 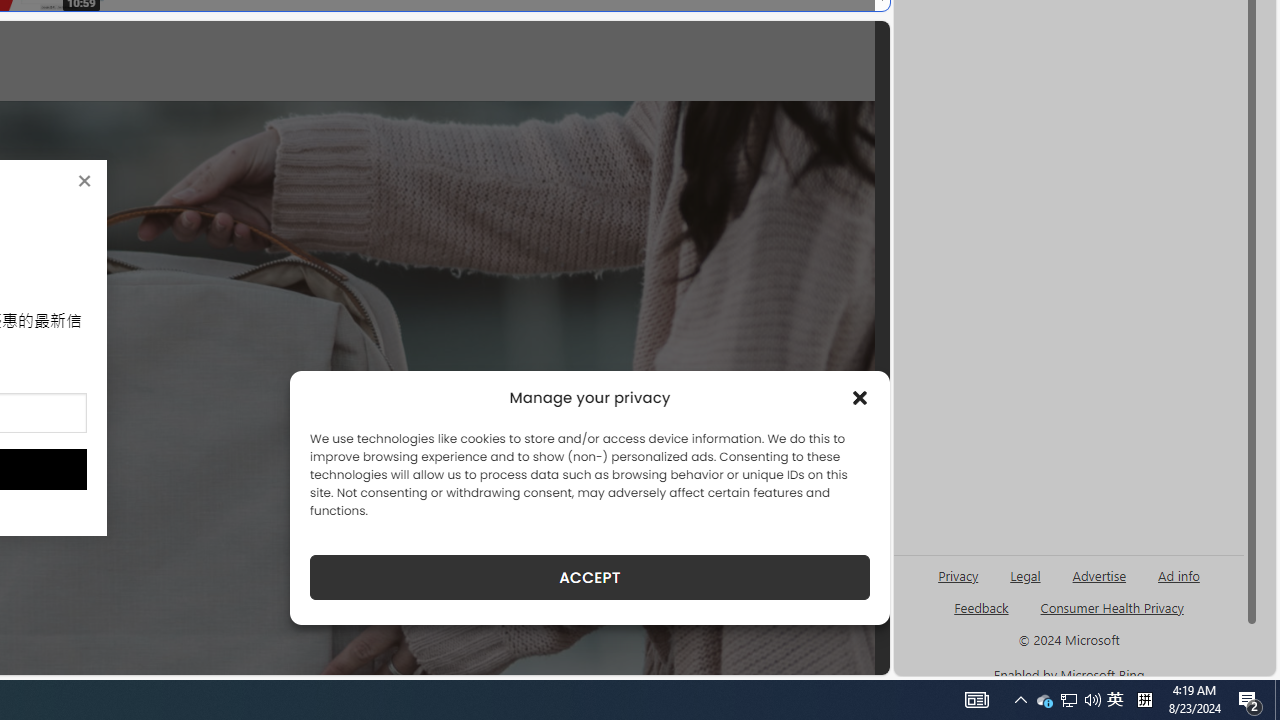 I want to click on 'Tray Input Indicator - Chinese (Simplified, China)', so click(x=1144, y=698).